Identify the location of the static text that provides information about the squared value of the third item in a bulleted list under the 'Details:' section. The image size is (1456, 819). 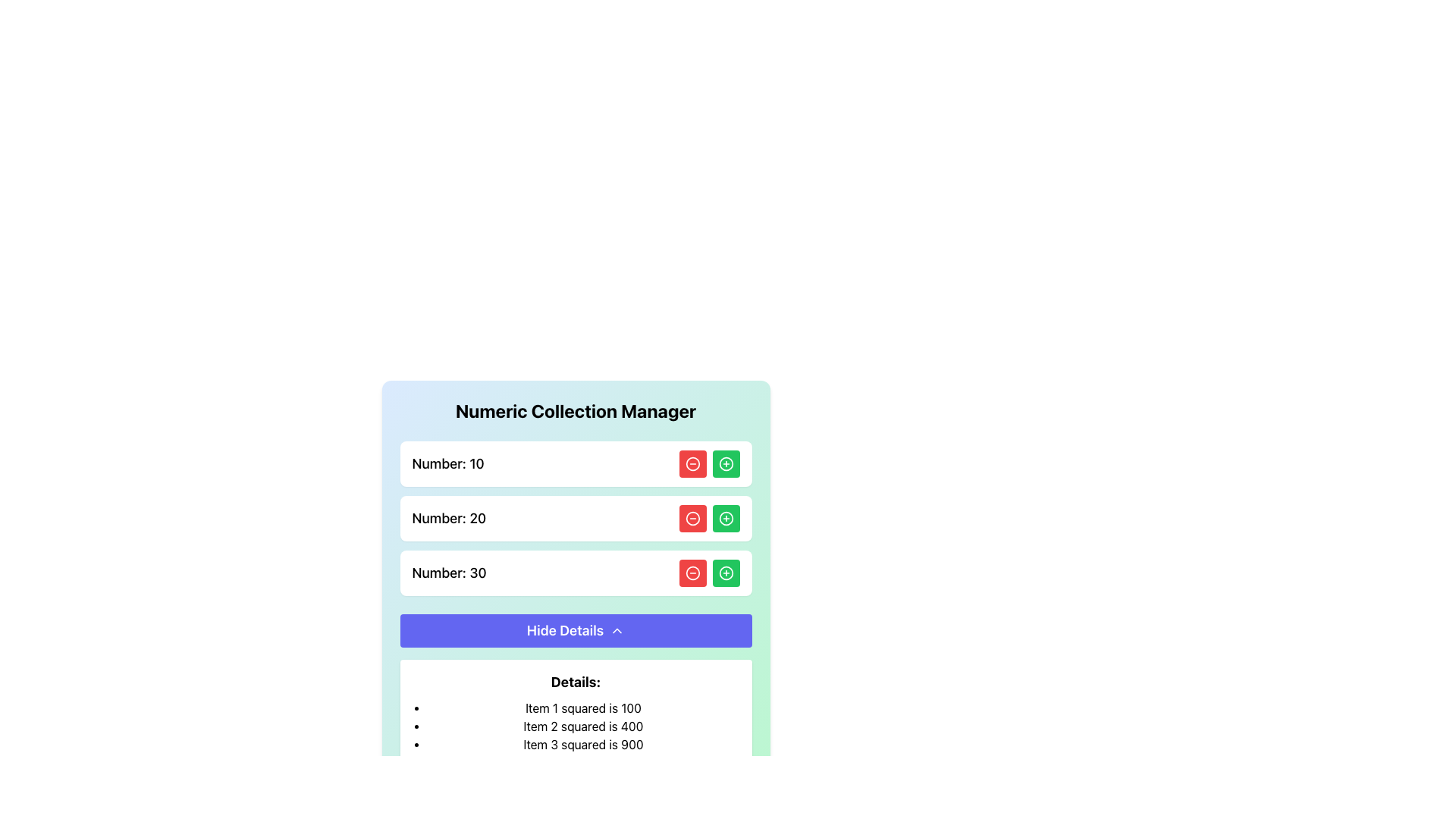
(582, 744).